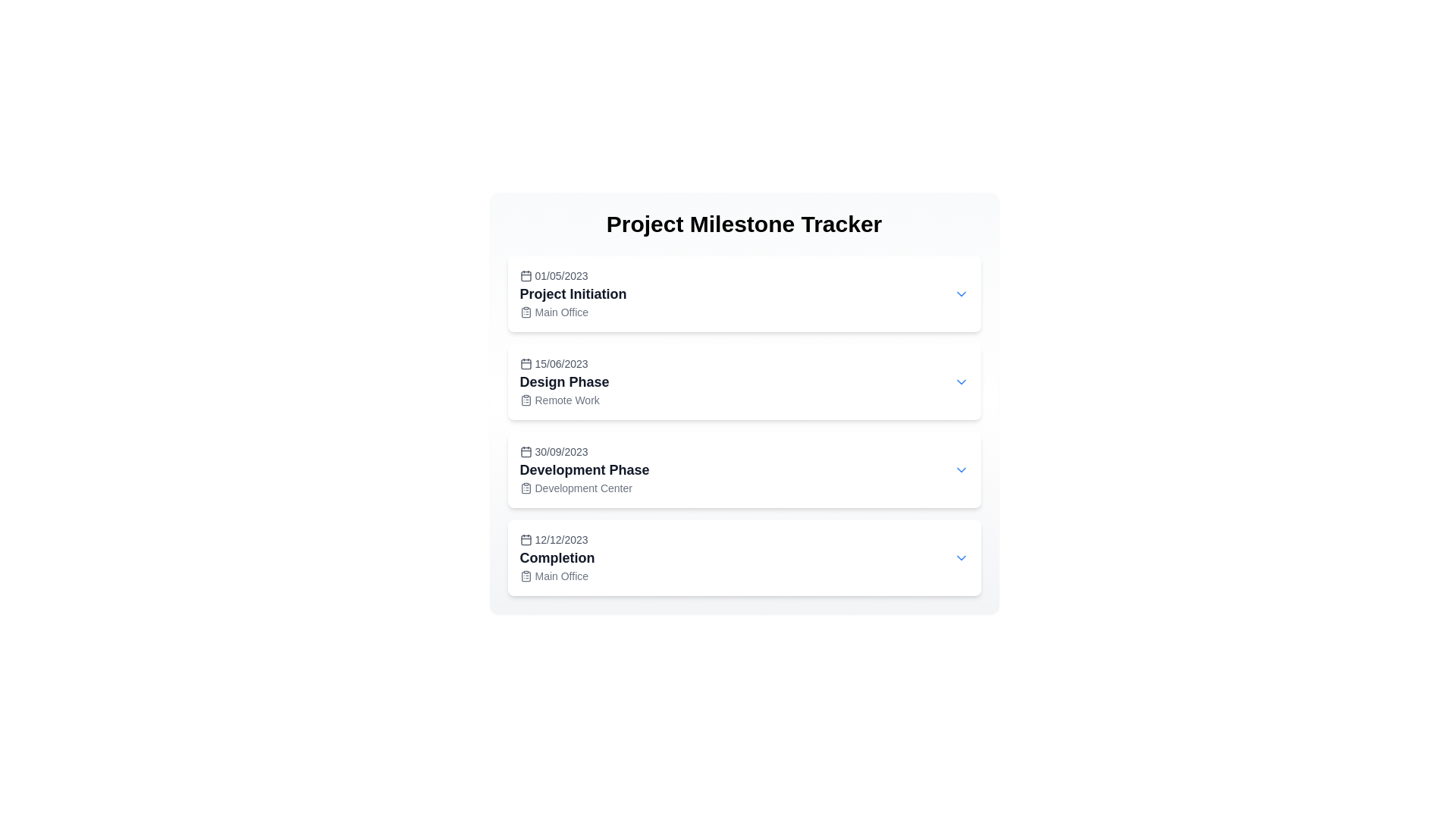 The height and width of the screenshot is (819, 1456). I want to click on displayed text on the label representing the title or designation of a milestone in the second milestone panel from the top, which is centrally located with the date above and location text below, so click(563, 381).